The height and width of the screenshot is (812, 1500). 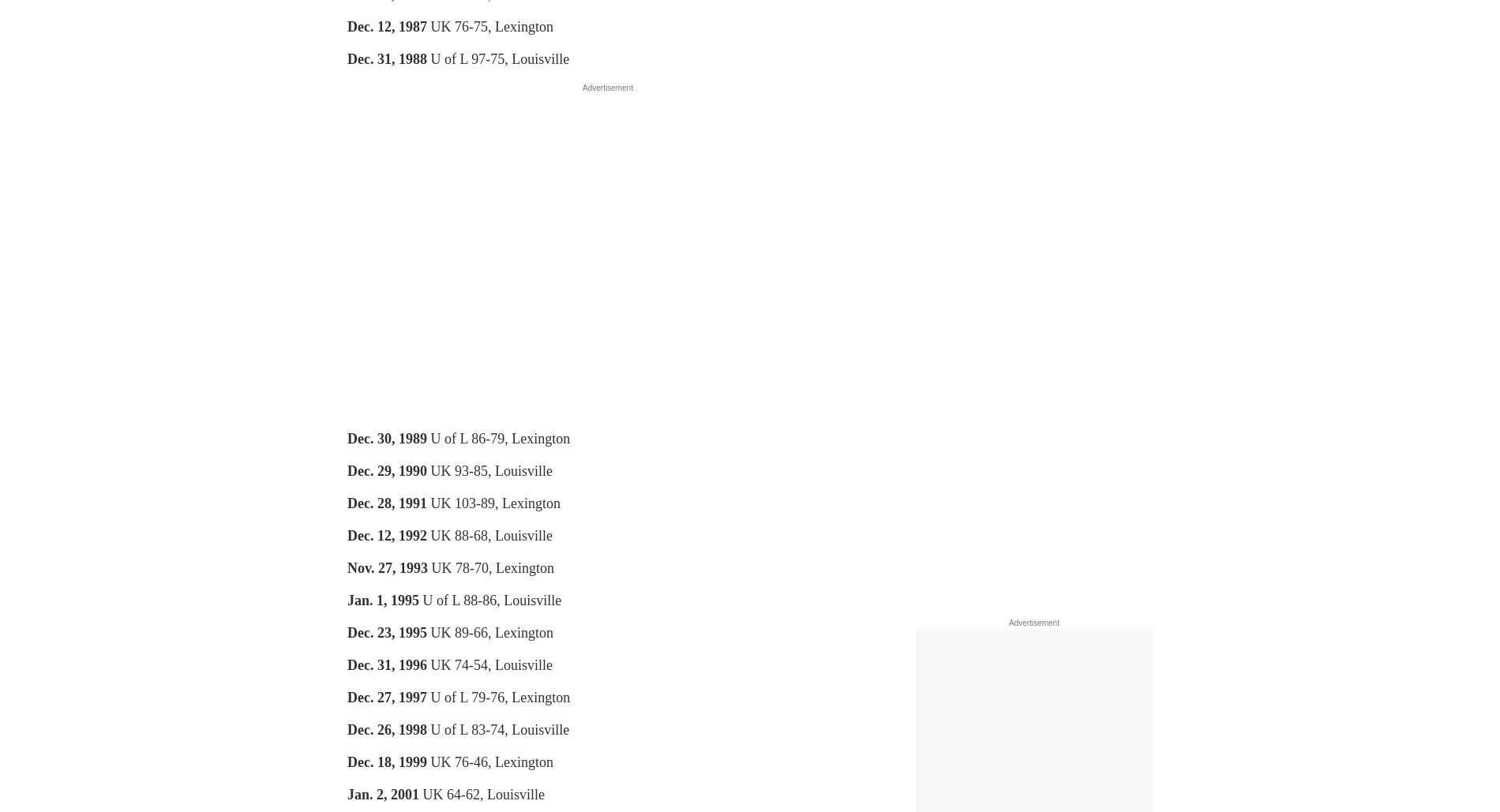 What do you see at coordinates (497, 729) in the screenshot?
I see `'U of L 83-74, Louisville'` at bounding box center [497, 729].